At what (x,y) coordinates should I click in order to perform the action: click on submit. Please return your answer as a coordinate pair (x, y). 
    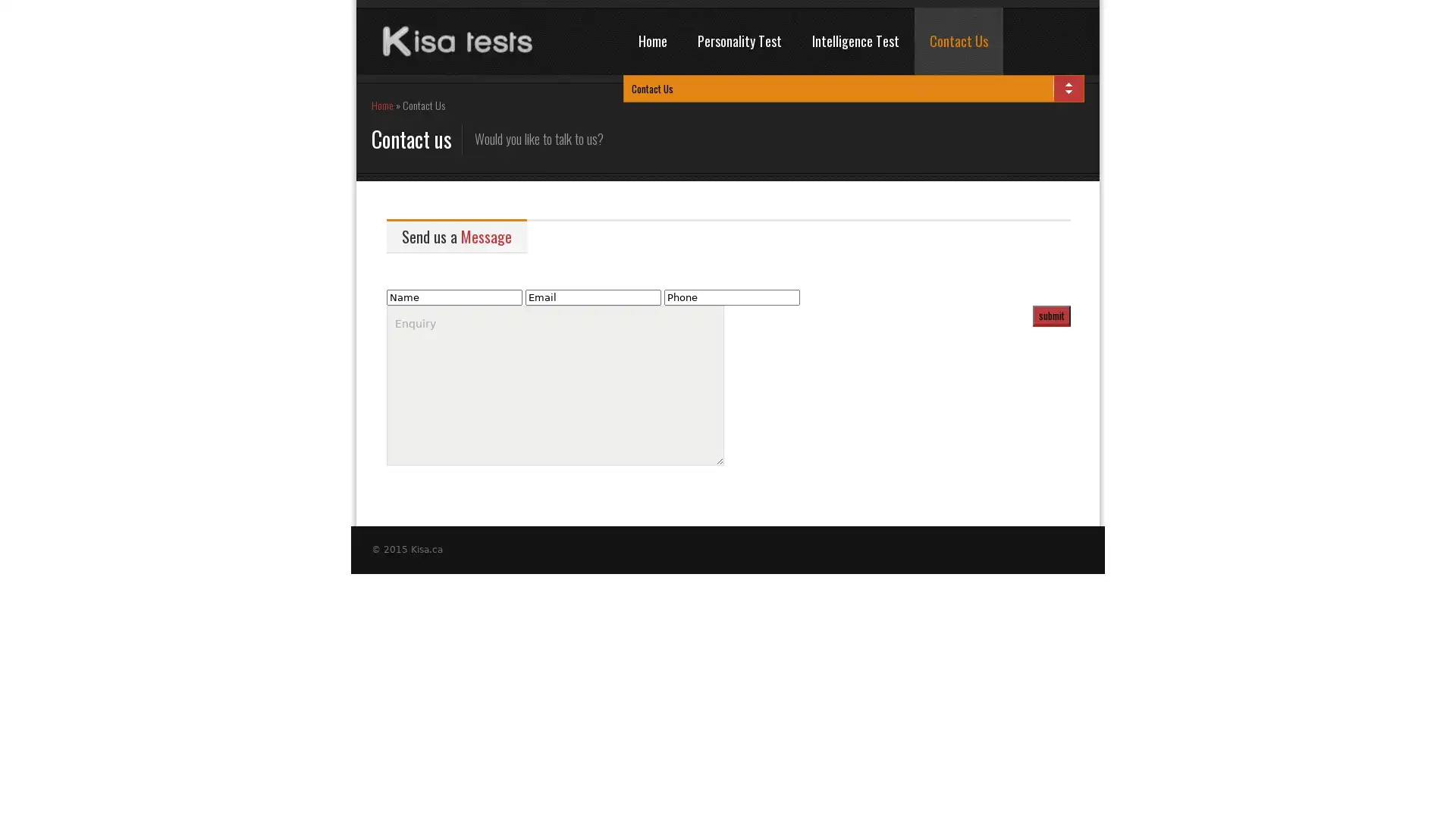
    Looking at the image, I should click on (1051, 315).